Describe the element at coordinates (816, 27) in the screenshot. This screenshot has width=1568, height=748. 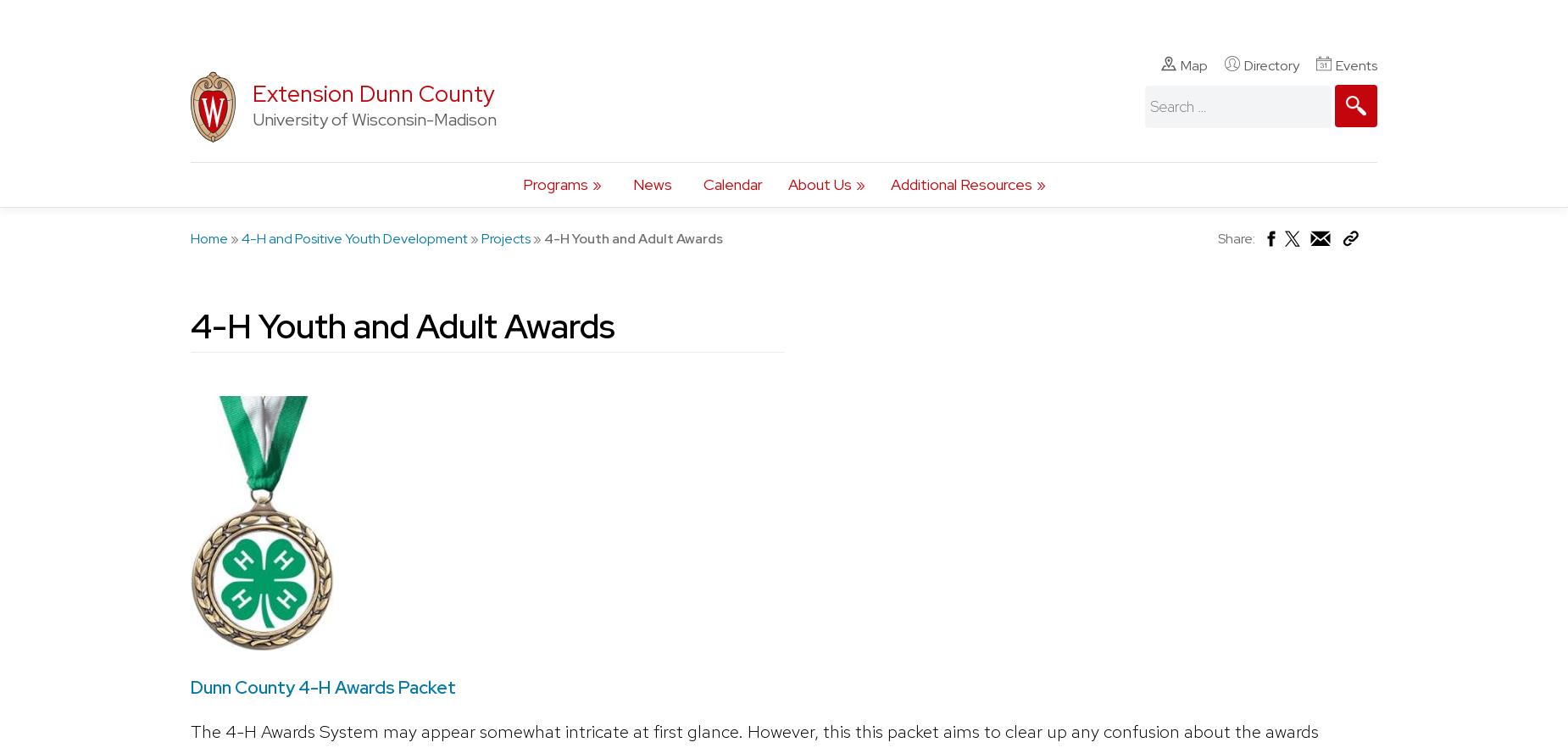
I see `'When making a nomination for the “4-H Alumni Award” please consider the person’s interest in 4-H in their adult life and reflect on their accomplishments when they were a member.'` at that location.